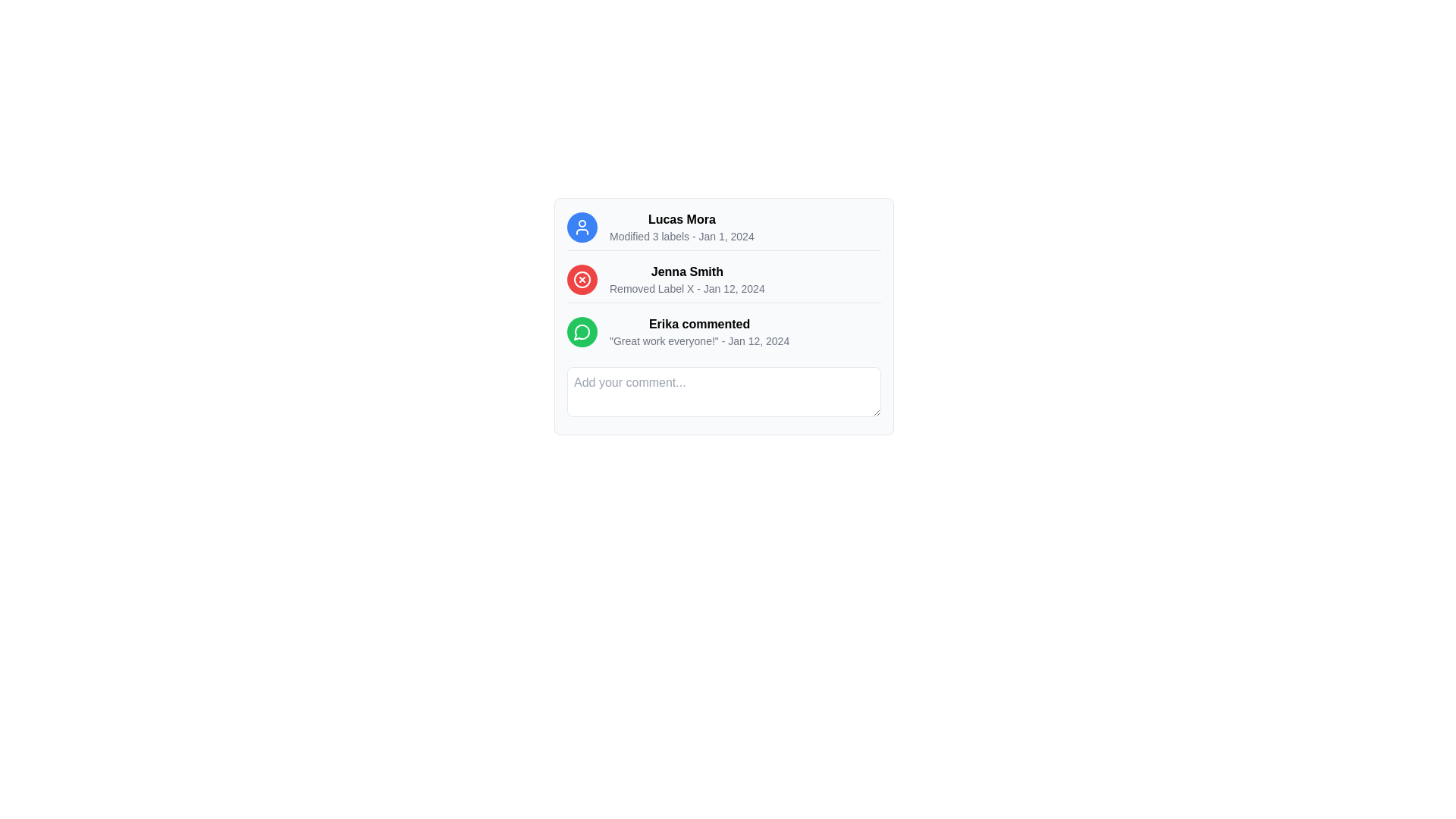 The height and width of the screenshot is (819, 1456). I want to click on the circular red button with white inner elements that indicates a removal or cancellation action, associated with 'Jenna Smith - Removed Label X - Jan 12, 2024', so click(582, 280).